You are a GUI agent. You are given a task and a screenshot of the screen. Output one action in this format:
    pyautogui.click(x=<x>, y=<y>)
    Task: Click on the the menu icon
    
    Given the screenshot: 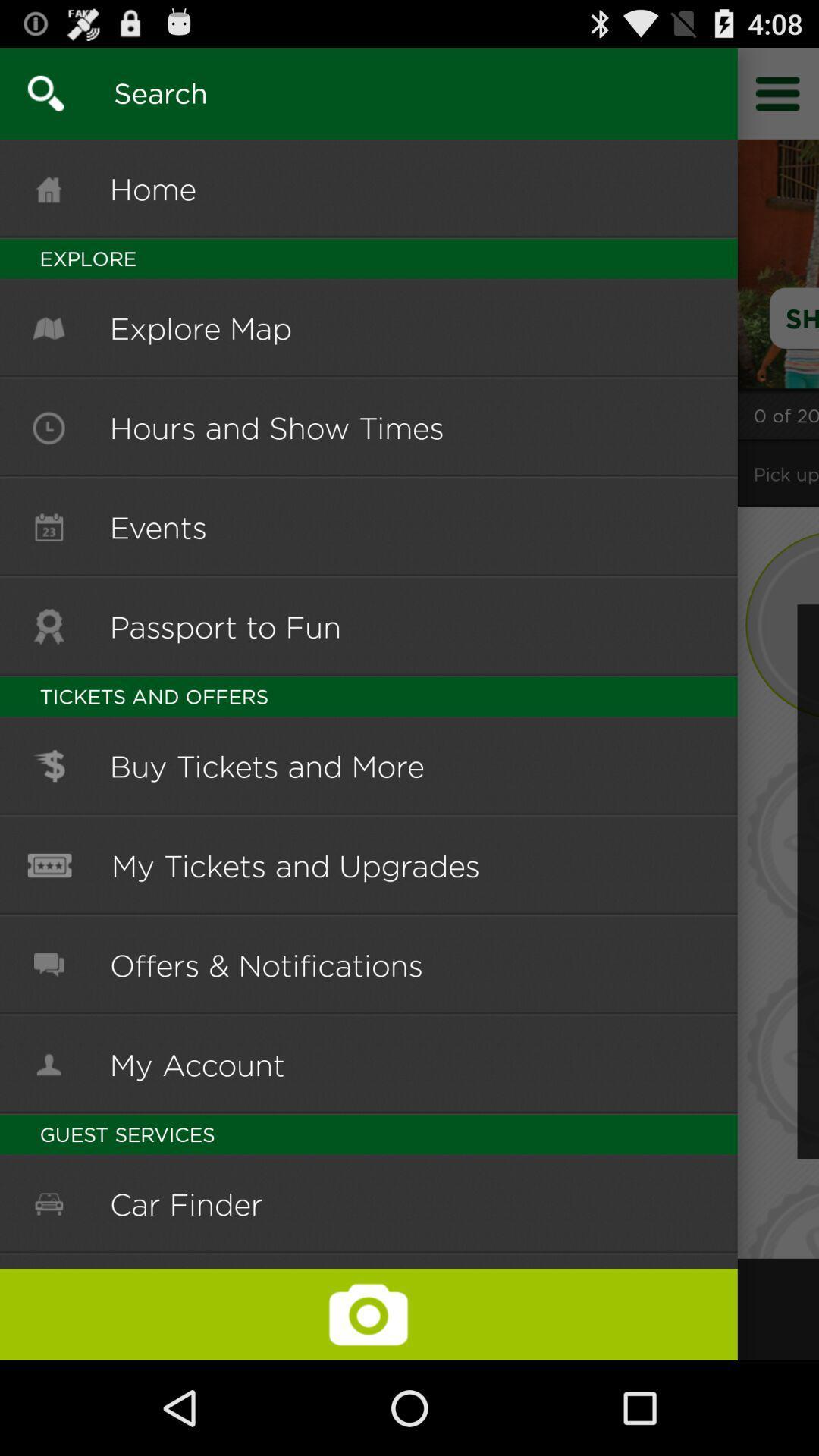 What is the action you would take?
    pyautogui.click(x=778, y=99)
    